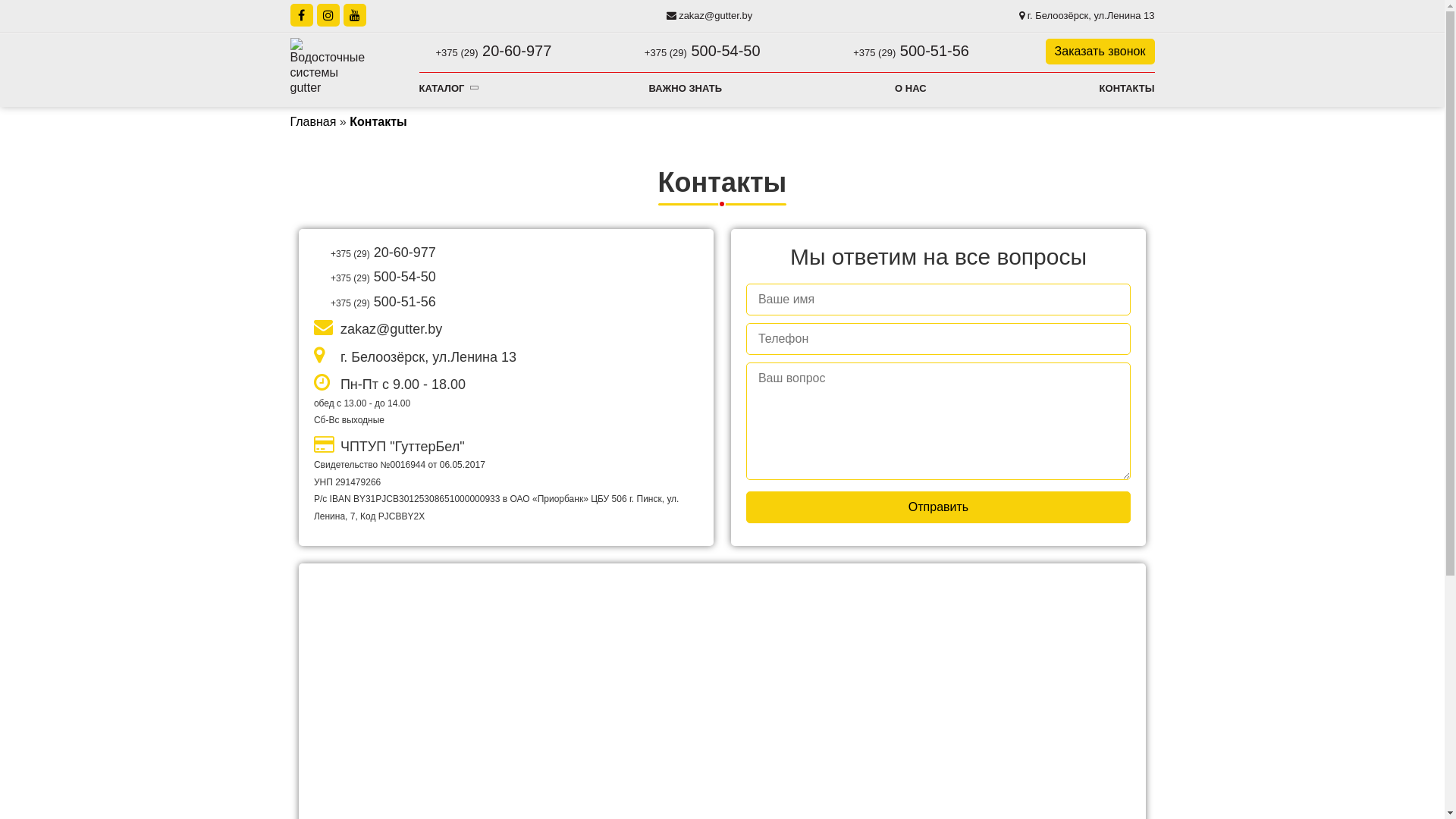 Image resolution: width=1456 pixels, height=819 pixels. I want to click on 'zakaz@gutter.by', so click(666, 15).